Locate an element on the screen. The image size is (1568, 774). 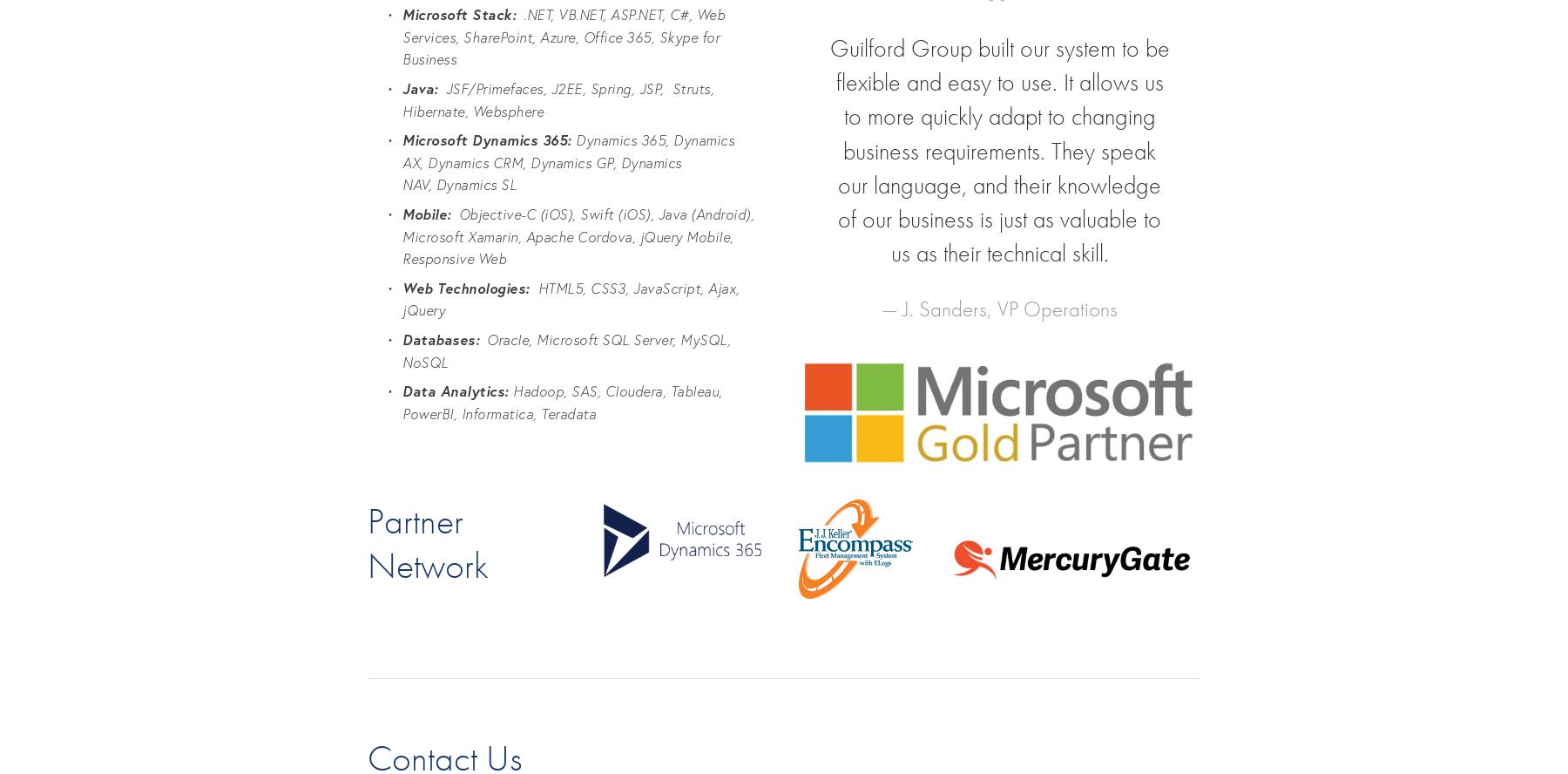
'Oracle, Microsoft SQL Server, MySQL, NoSQL' is located at coordinates (568, 349).